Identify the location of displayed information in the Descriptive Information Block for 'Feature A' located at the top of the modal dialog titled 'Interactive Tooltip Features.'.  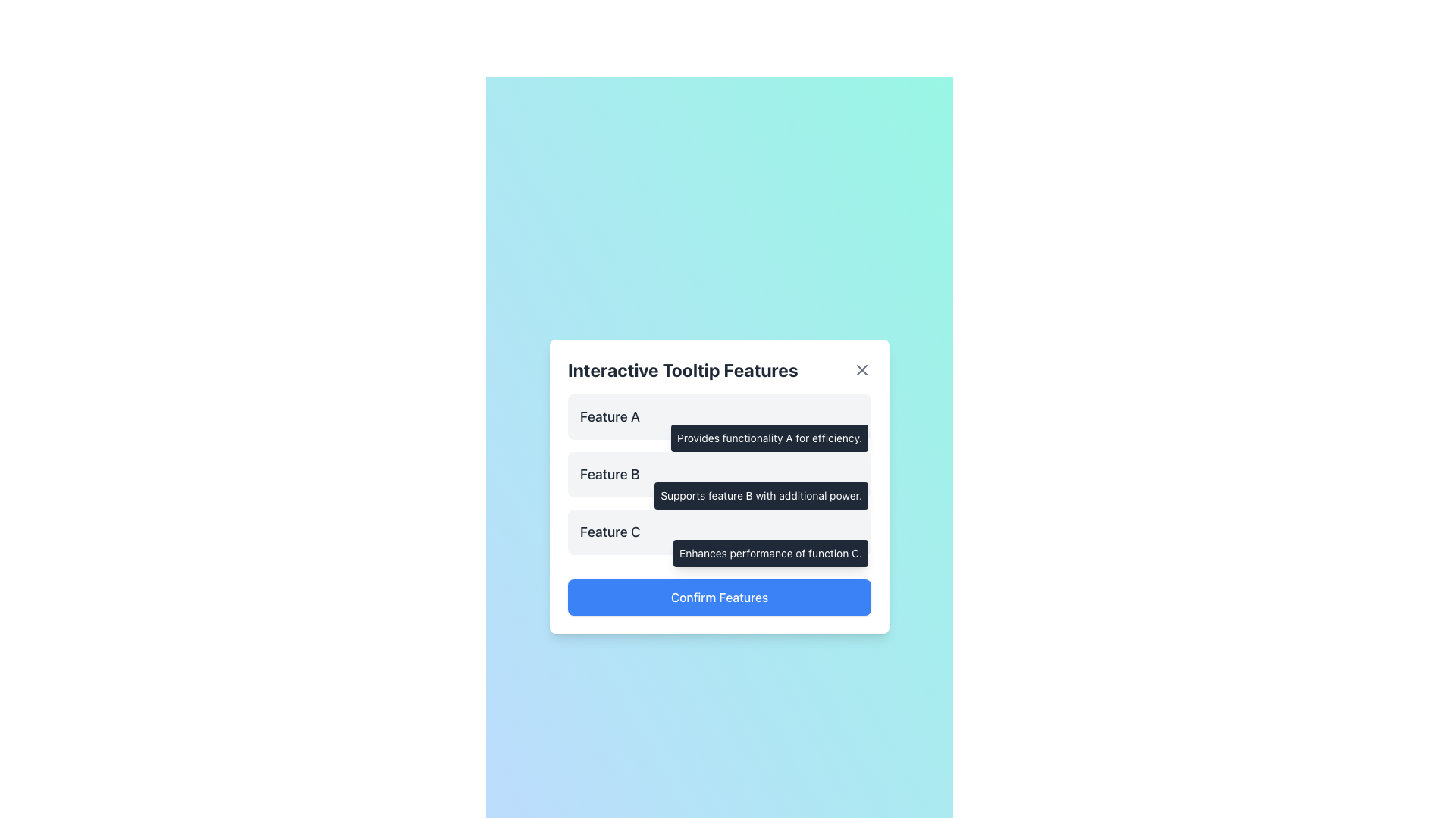
(719, 417).